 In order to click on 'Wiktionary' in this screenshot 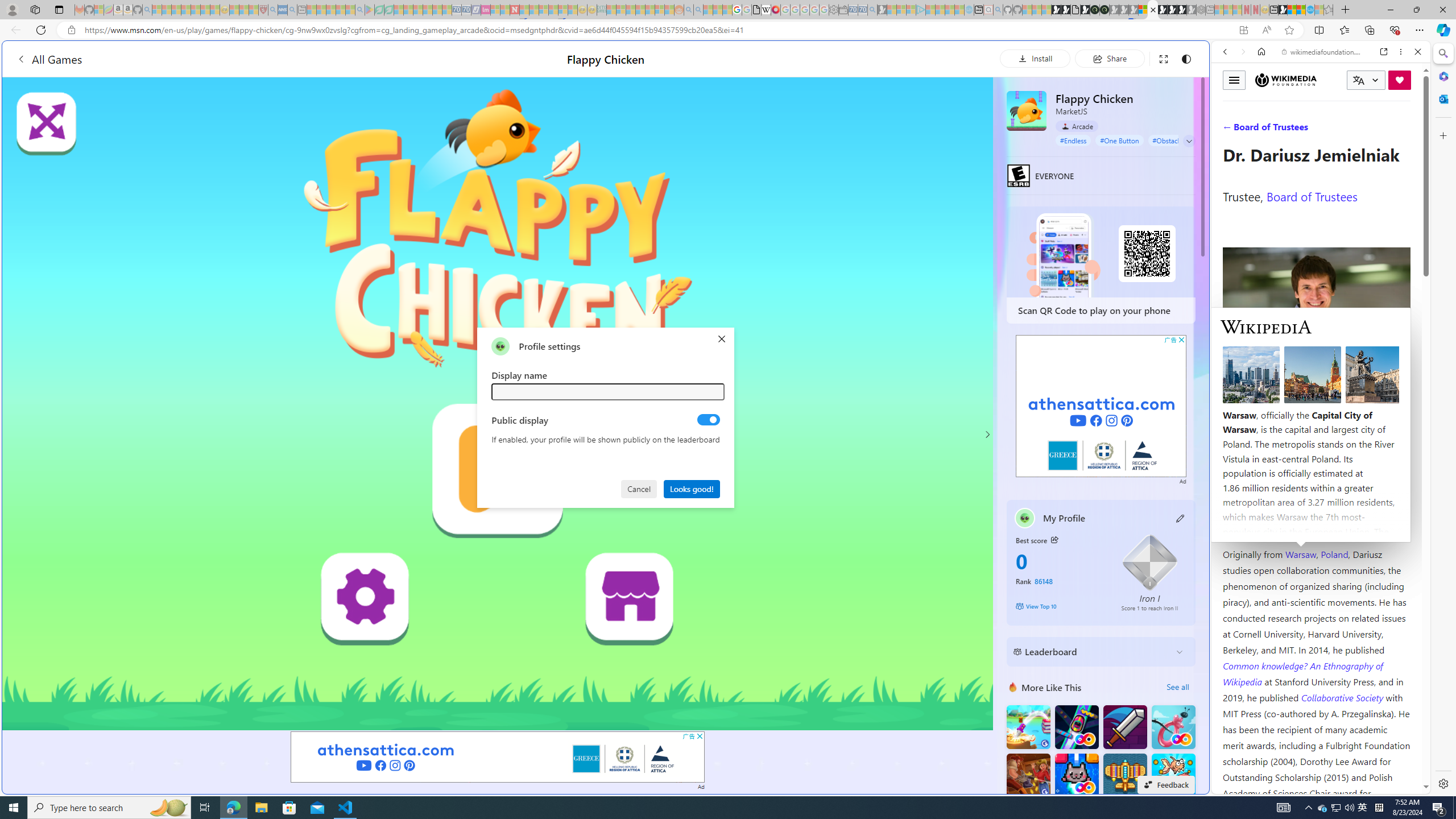, I will do `click(1316, 380)`.